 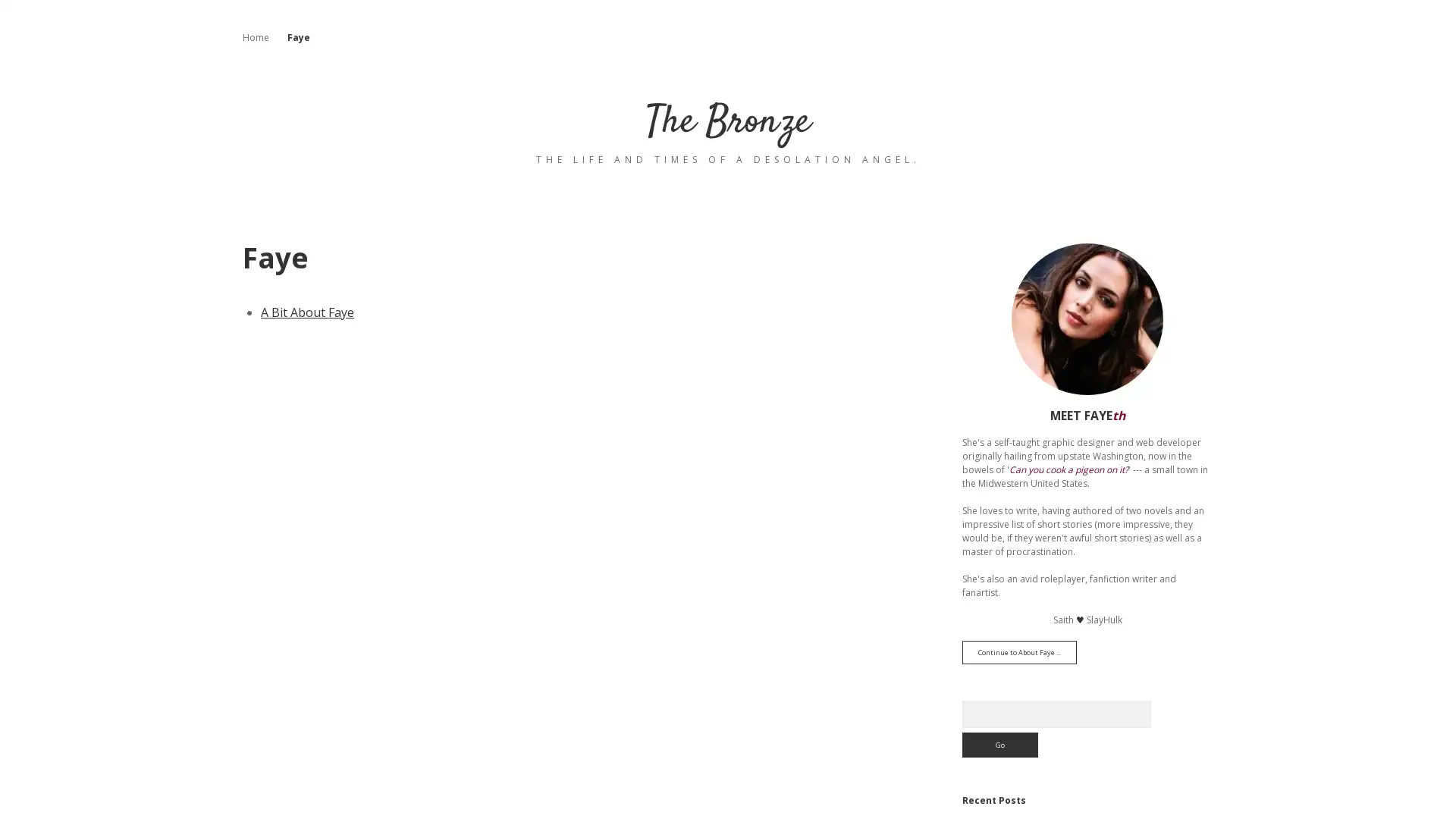 What do you see at coordinates (999, 744) in the screenshot?
I see `Go` at bounding box center [999, 744].